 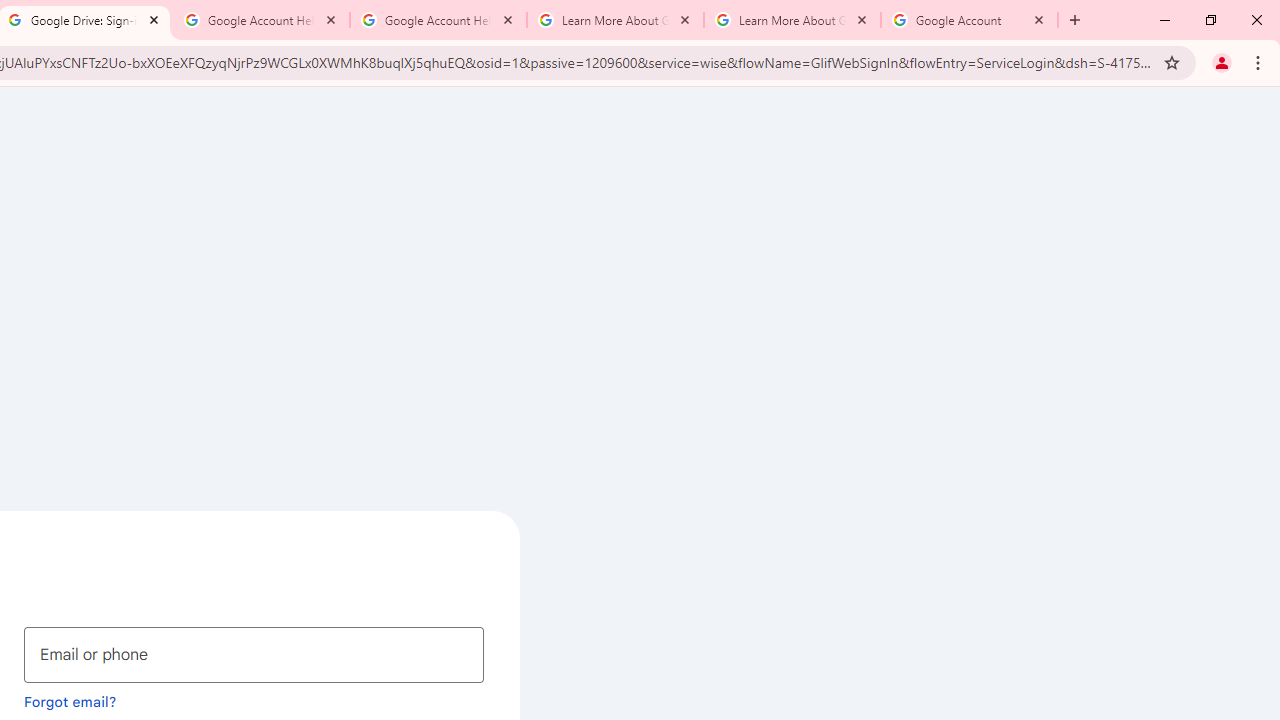 I want to click on 'Forgot email?', so click(x=70, y=700).